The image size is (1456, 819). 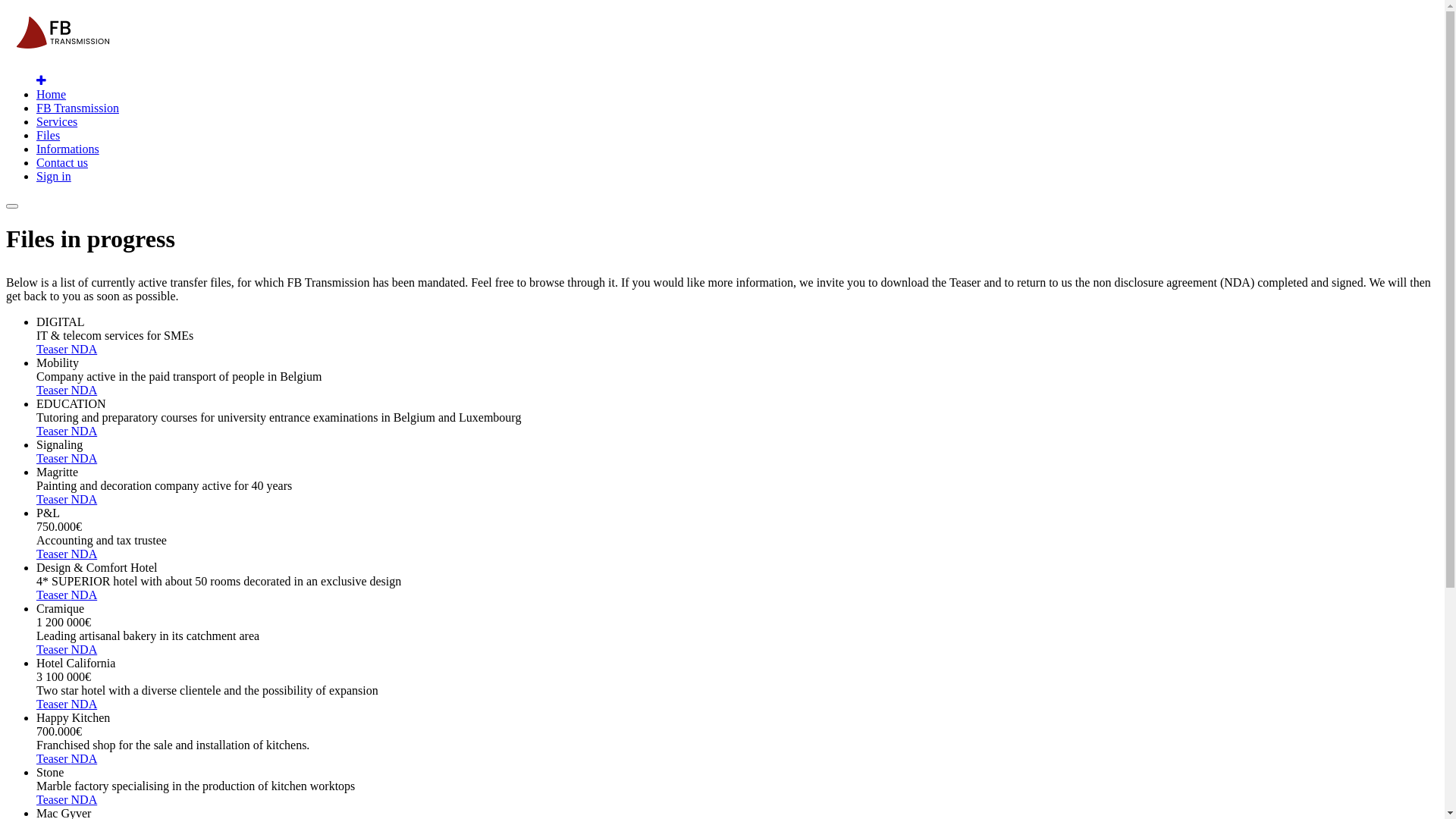 What do you see at coordinates (57, 121) in the screenshot?
I see `'Services'` at bounding box center [57, 121].